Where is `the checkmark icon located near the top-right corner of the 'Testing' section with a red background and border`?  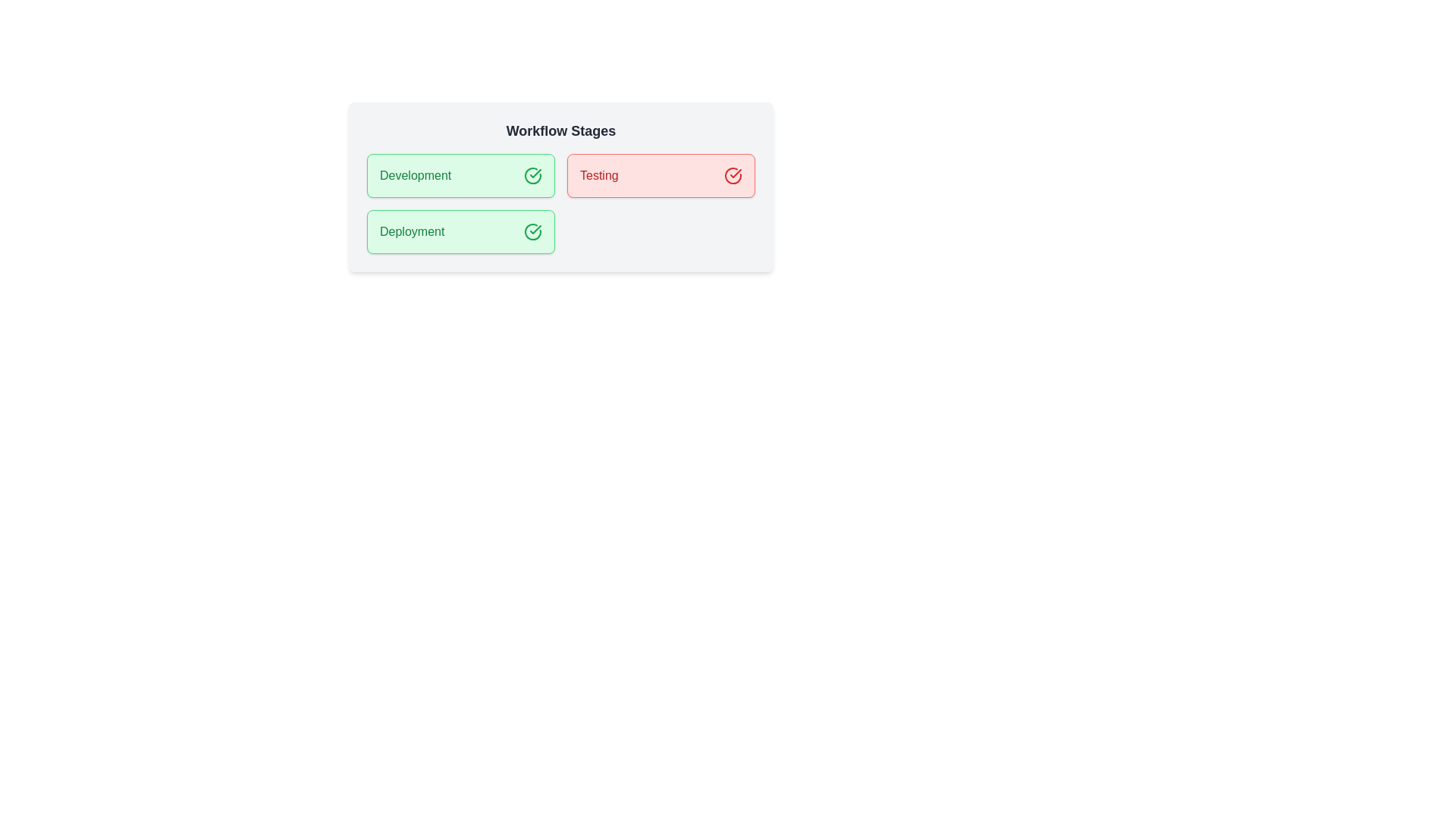 the checkmark icon located near the top-right corner of the 'Testing' section with a red background and border is located at coordinates (736, 172).